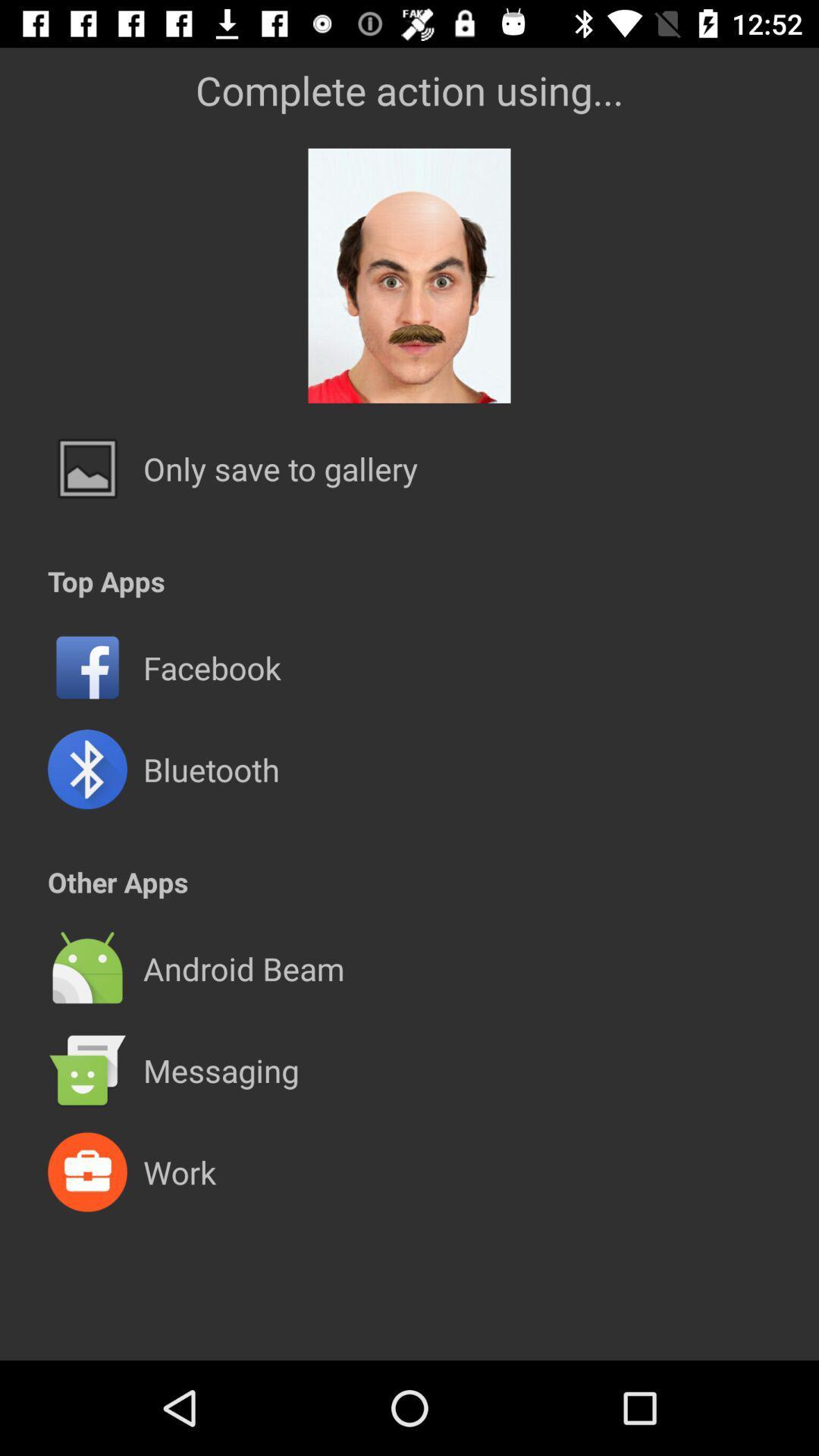 This screenshot has height=1456, width=819. Describe the element at coordinates (105, 580) in the screenshot. I see `the top apps app` at that location.